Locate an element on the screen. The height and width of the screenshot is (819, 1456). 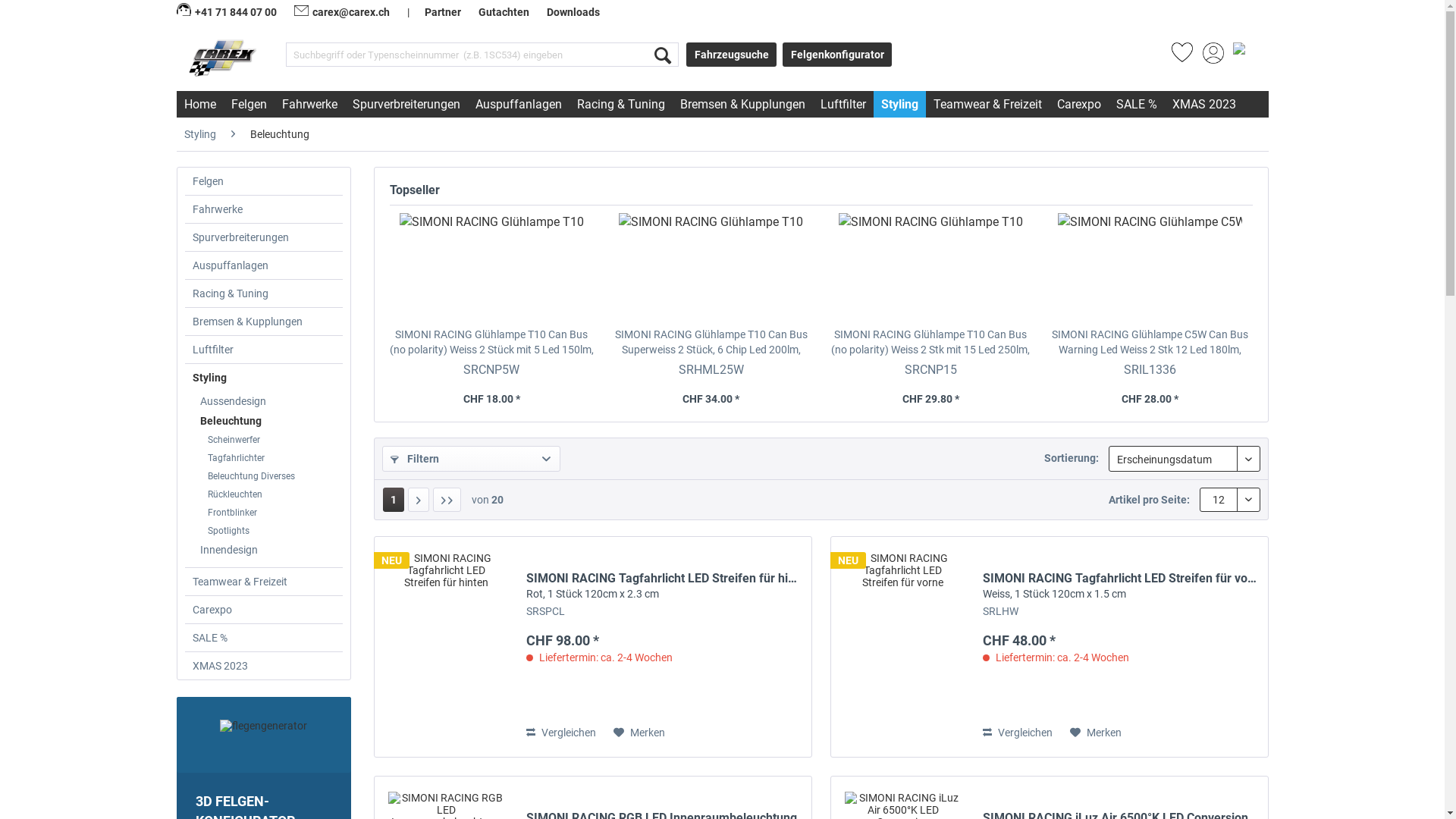
'Auspuffanlagen' is located at coordinates (517, 103).